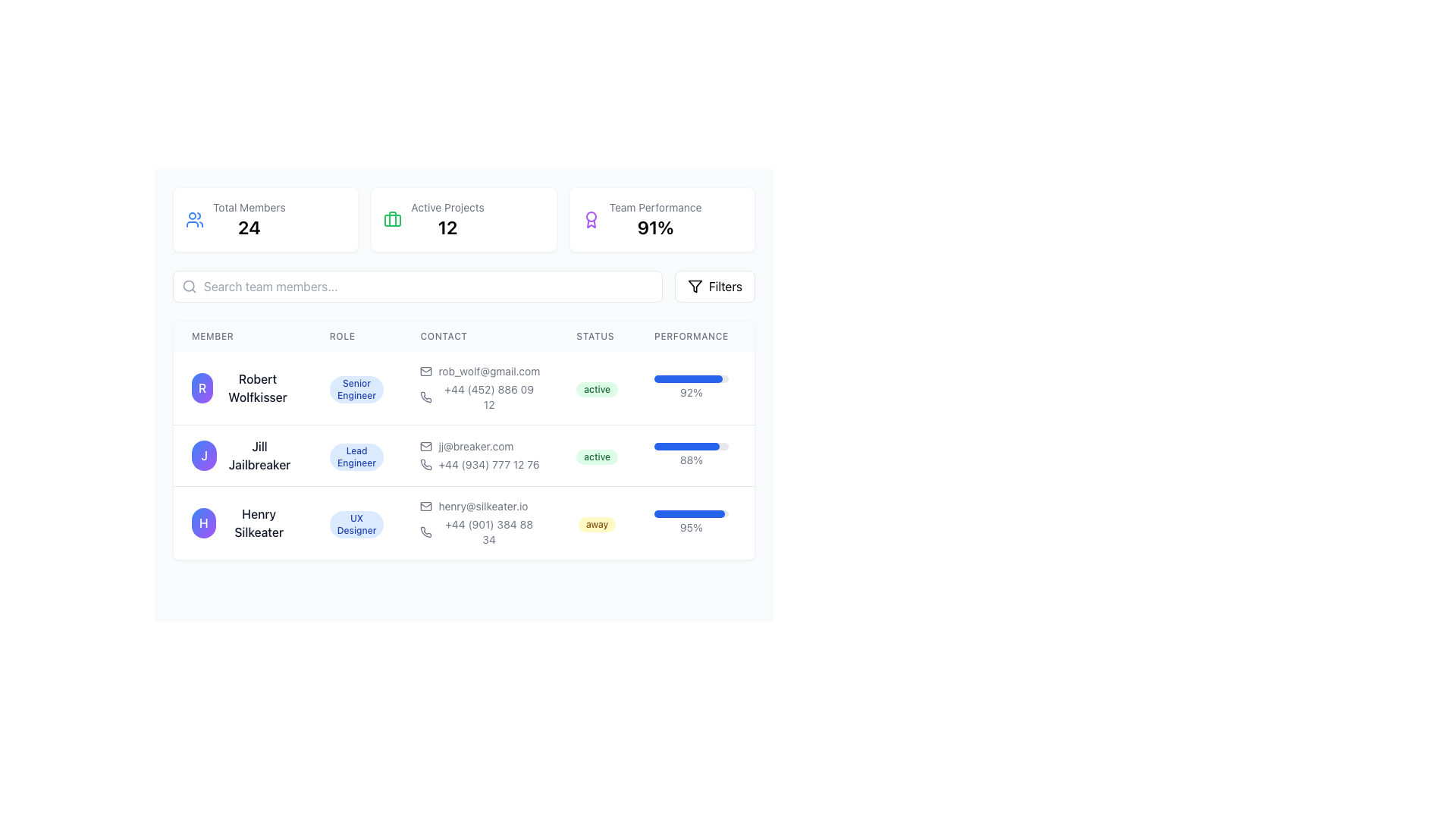 This screenshot has height=819, width=1456. What do you see at coordinates (447, 227) in the screenshot?
I see `the Text Display that shows the numeric text '12' beneath the label 'Active Projects'` at bounding box center [447, 227].